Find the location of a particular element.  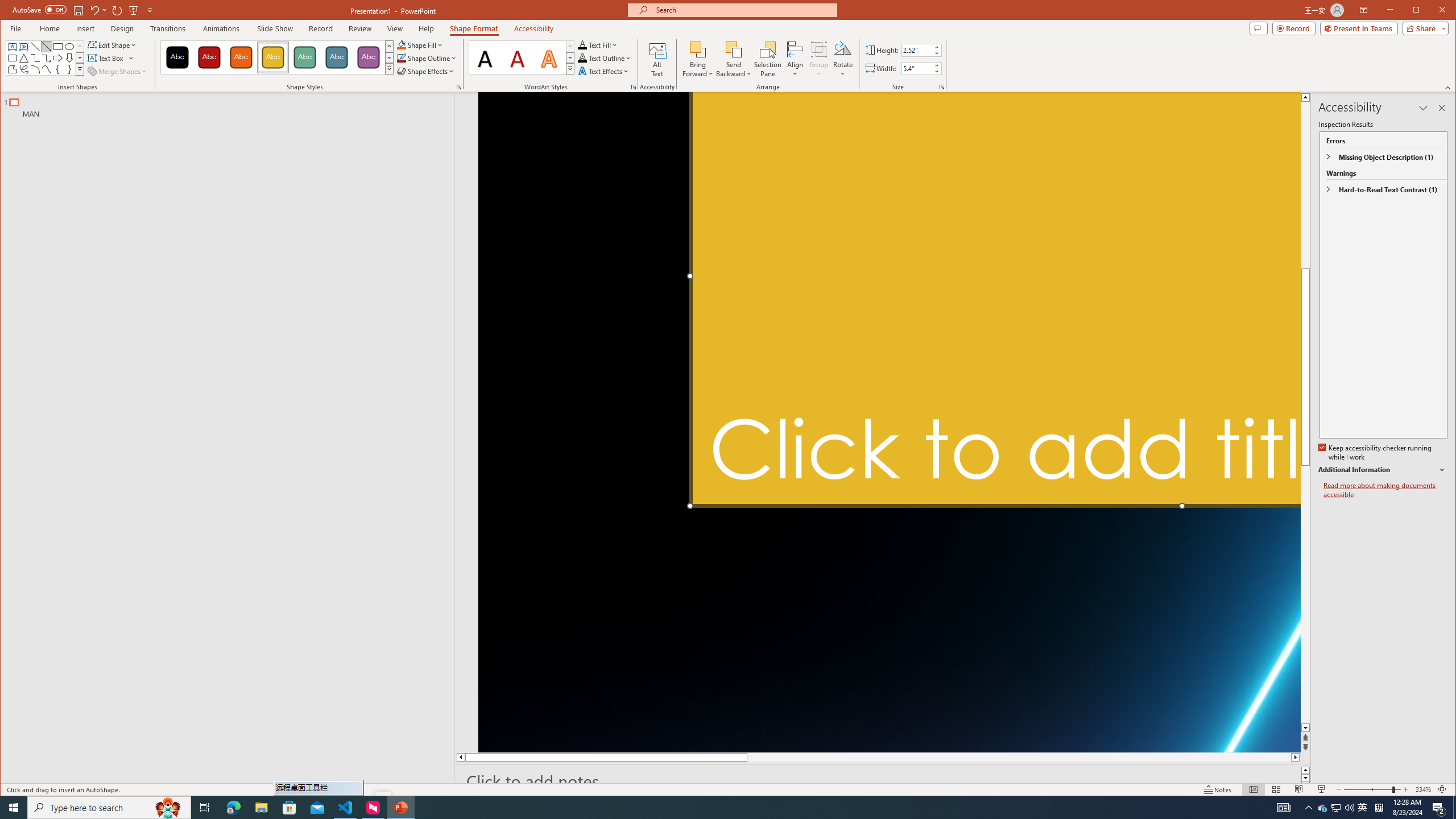

'Keep accessibility checker running while I work' is located at coordinates (1375, 453).